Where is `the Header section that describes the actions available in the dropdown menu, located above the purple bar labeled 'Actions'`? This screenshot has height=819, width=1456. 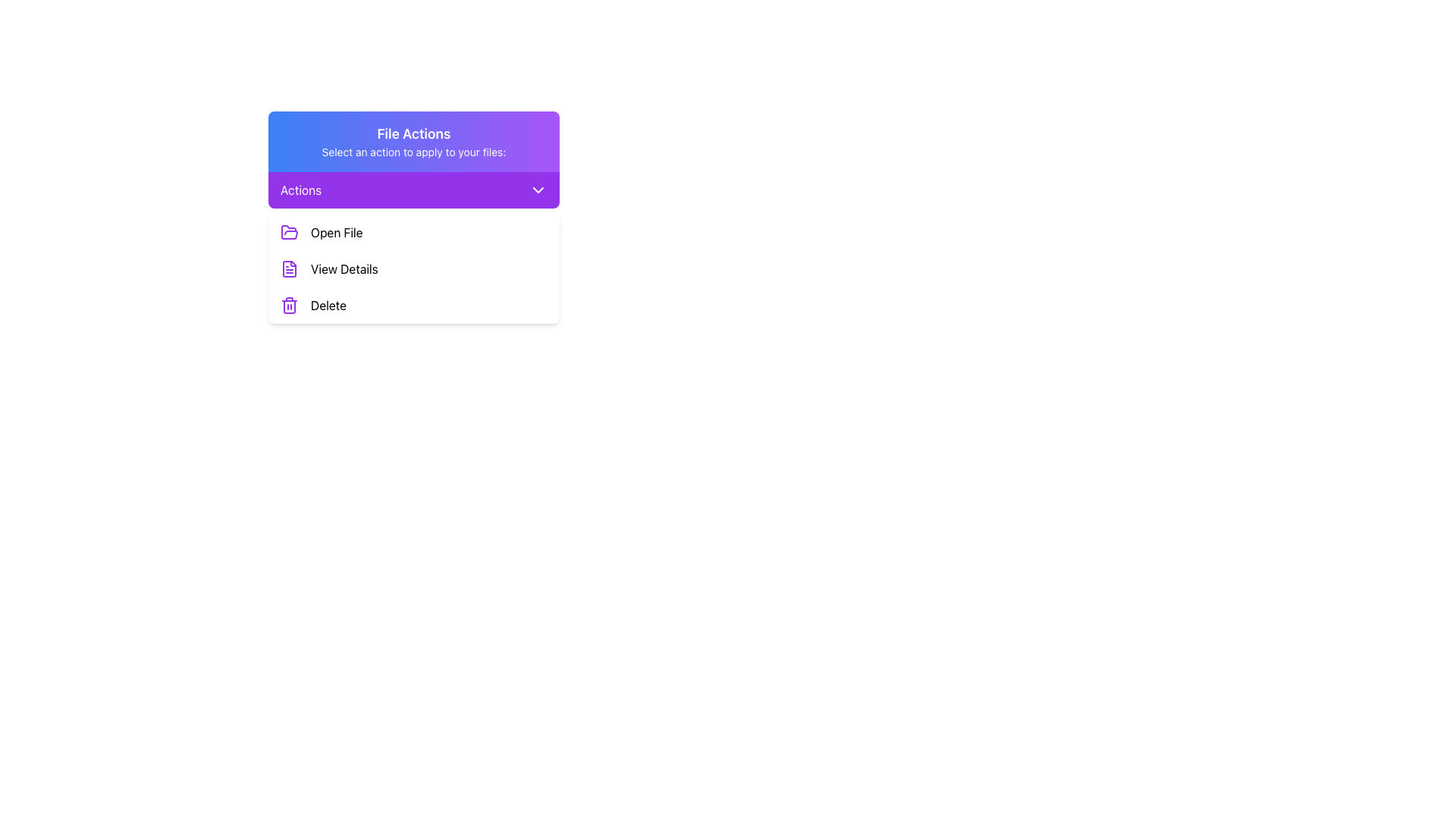 the Header section that describes the actions available in the dropdown menu, located above the purple bar labeled 'Actions' is located at coordinates (414, 141).